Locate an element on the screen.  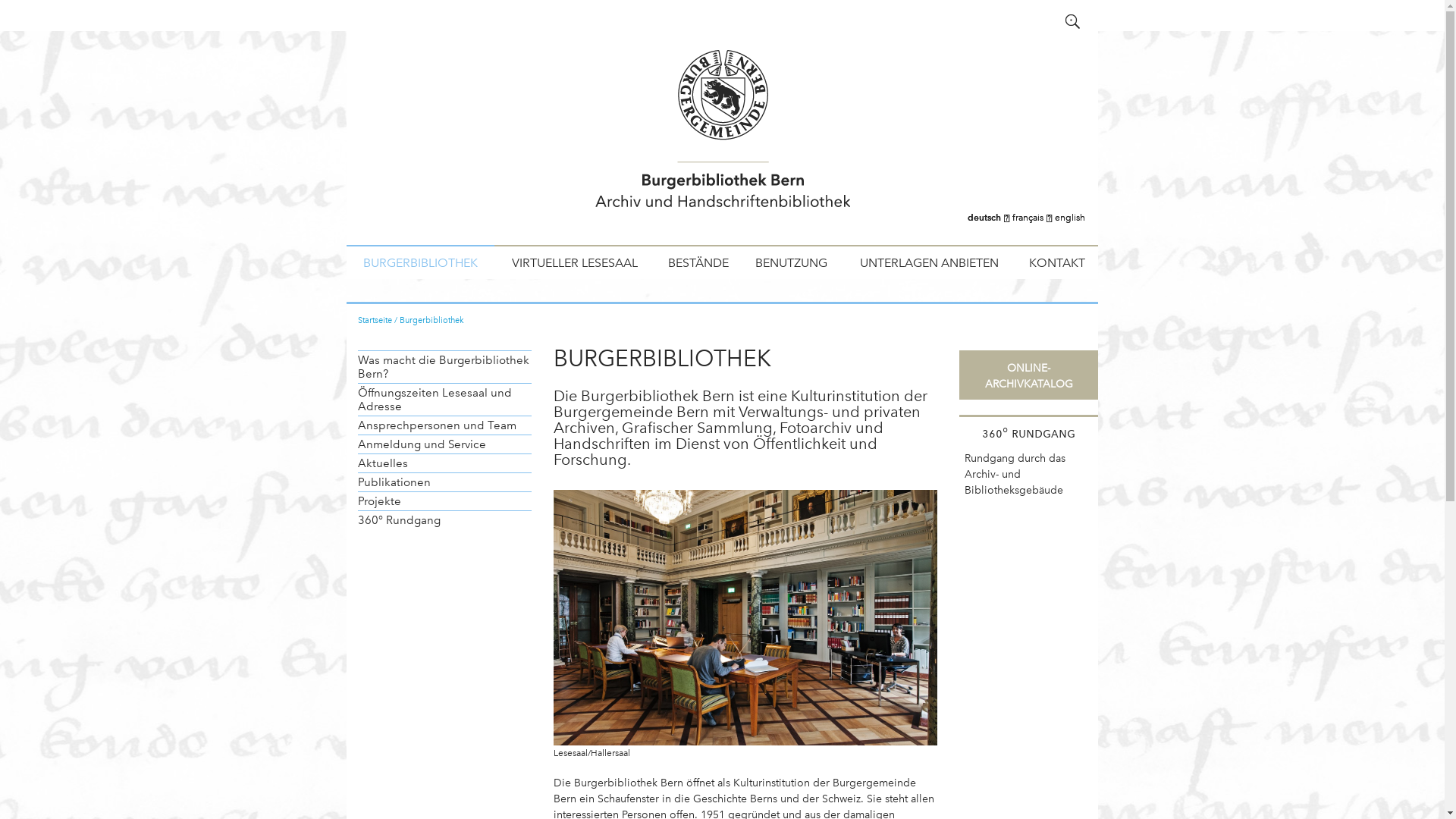
'Publikationen' is located at coordinates (444, 482).